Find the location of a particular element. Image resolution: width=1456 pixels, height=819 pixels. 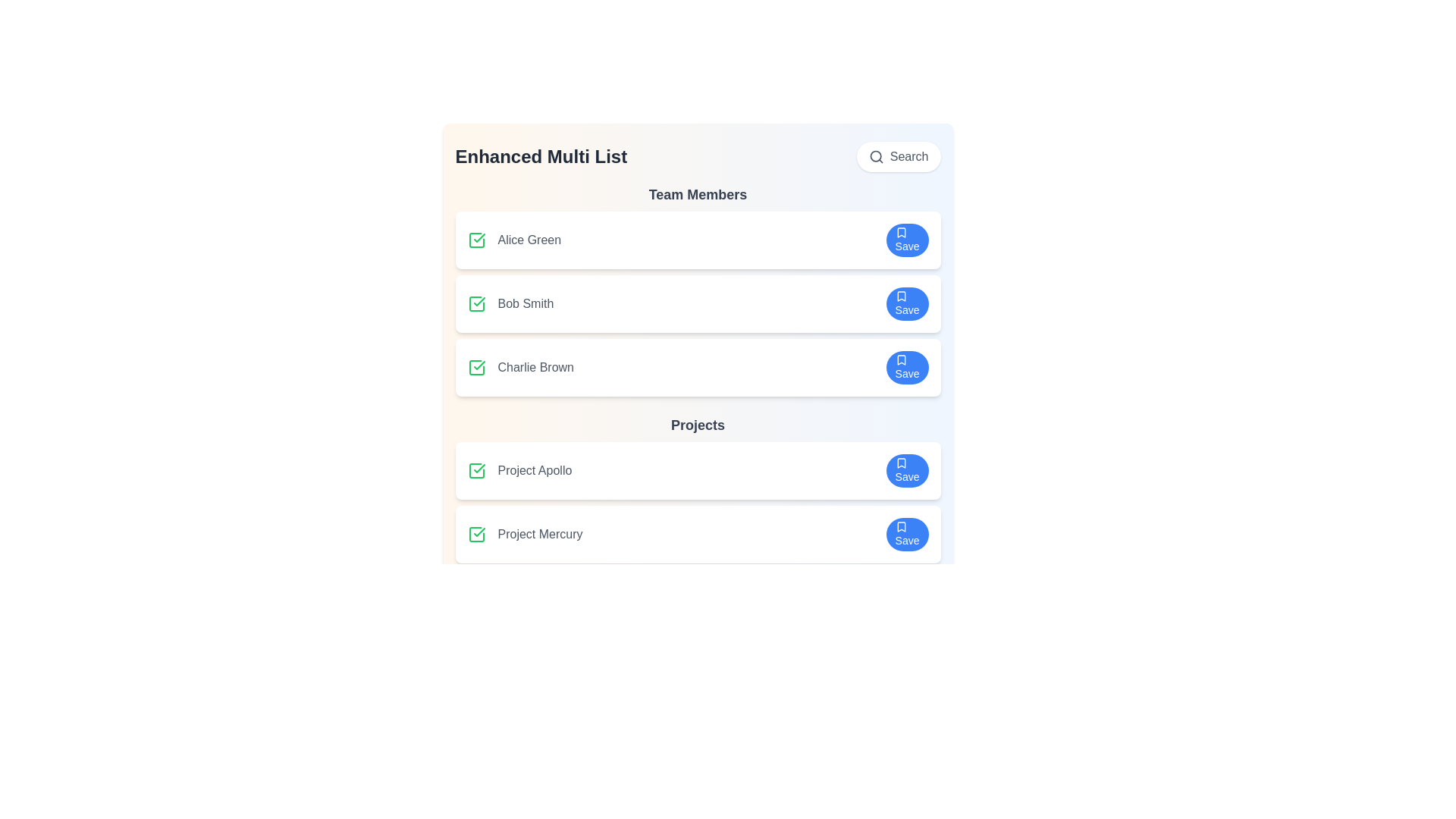

the header 'Projects' to explore its section is located at coordinates (697, 425).